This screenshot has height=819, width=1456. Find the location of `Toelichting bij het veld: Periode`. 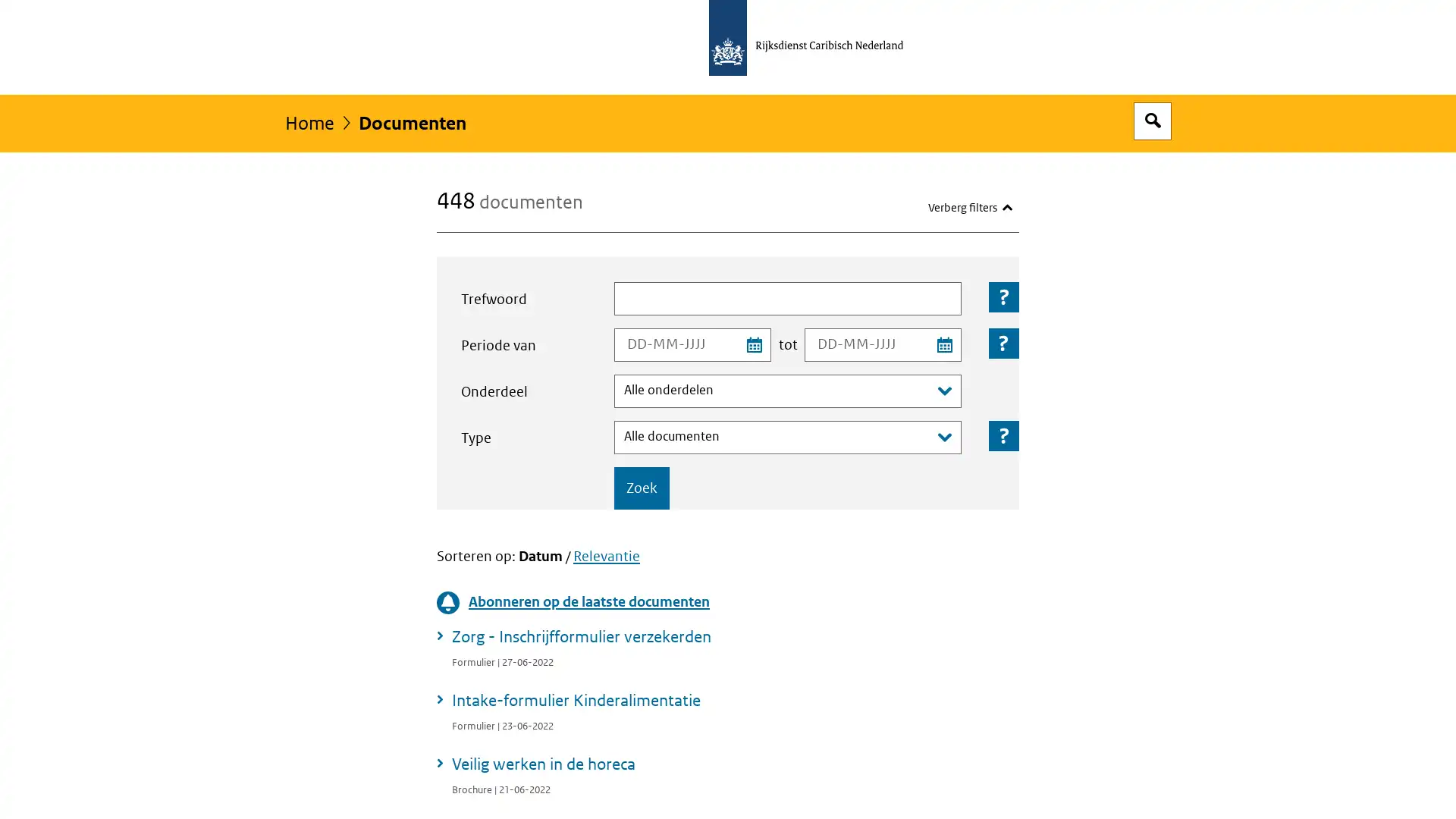

Toelichting bij het veld: Periode is located at coordinates (1003, 342).